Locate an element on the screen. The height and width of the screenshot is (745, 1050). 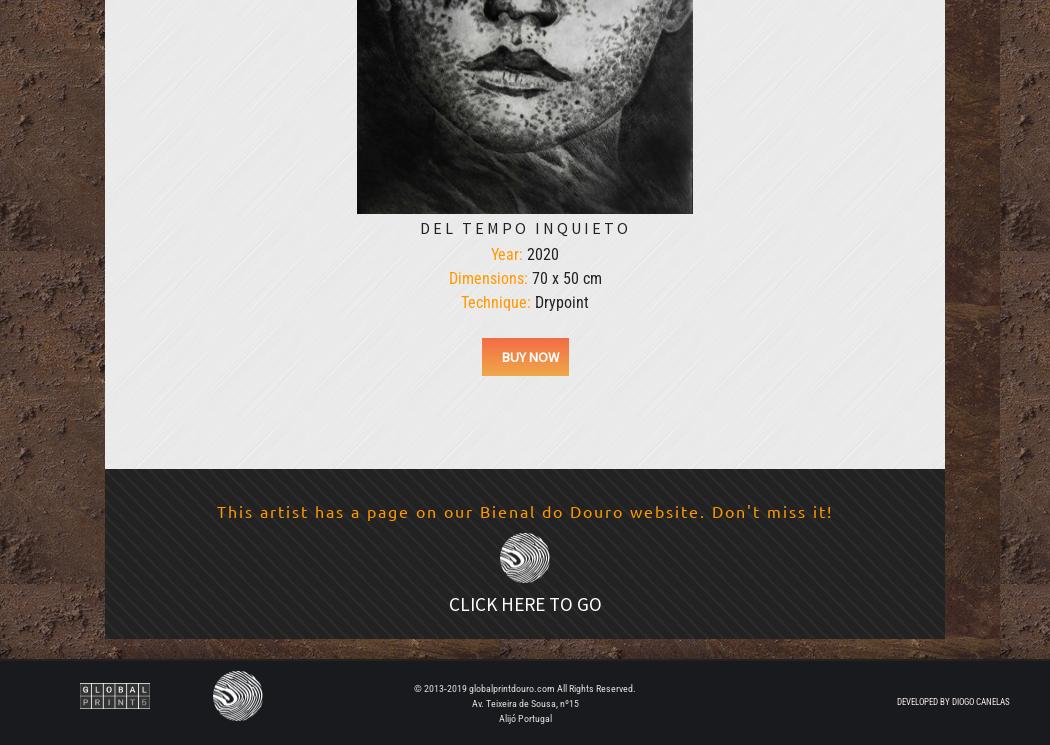
'Av. Teixeira de Sousa, nº15' is located at coordinates (523, 702).